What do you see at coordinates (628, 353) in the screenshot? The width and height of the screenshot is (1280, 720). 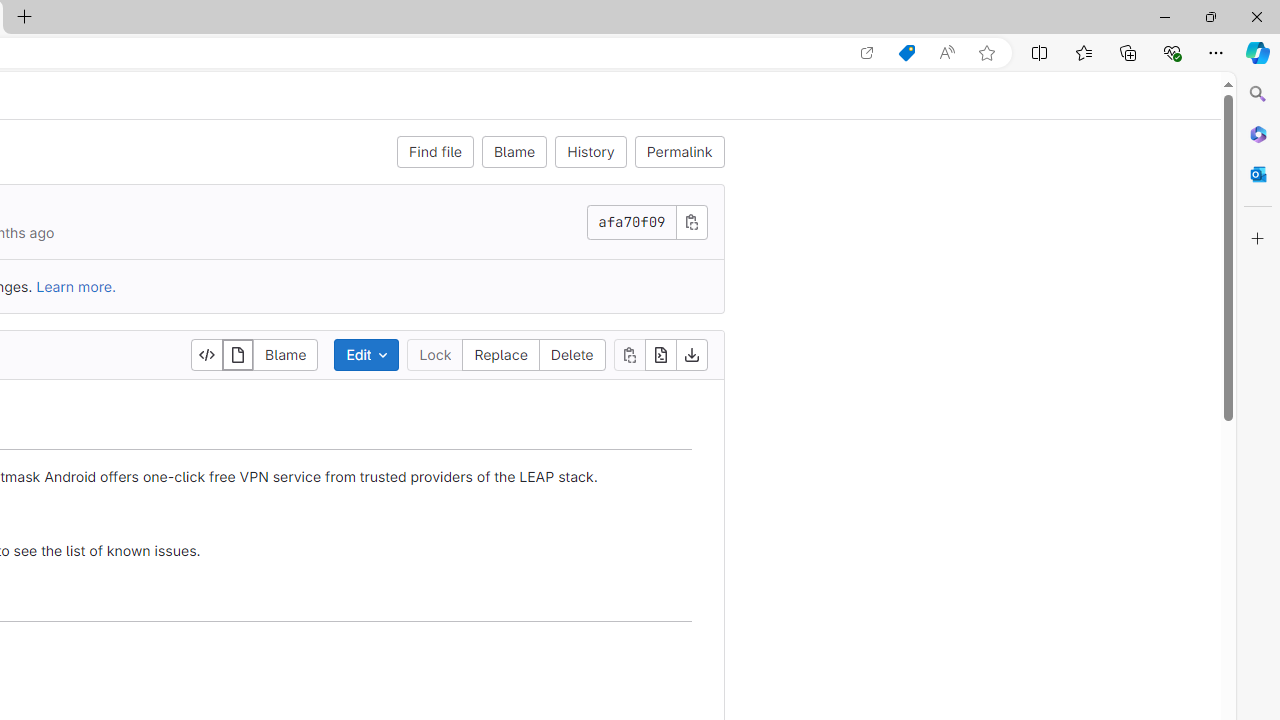 I see `'Copy file contents'` at bounding box center [628, 353].